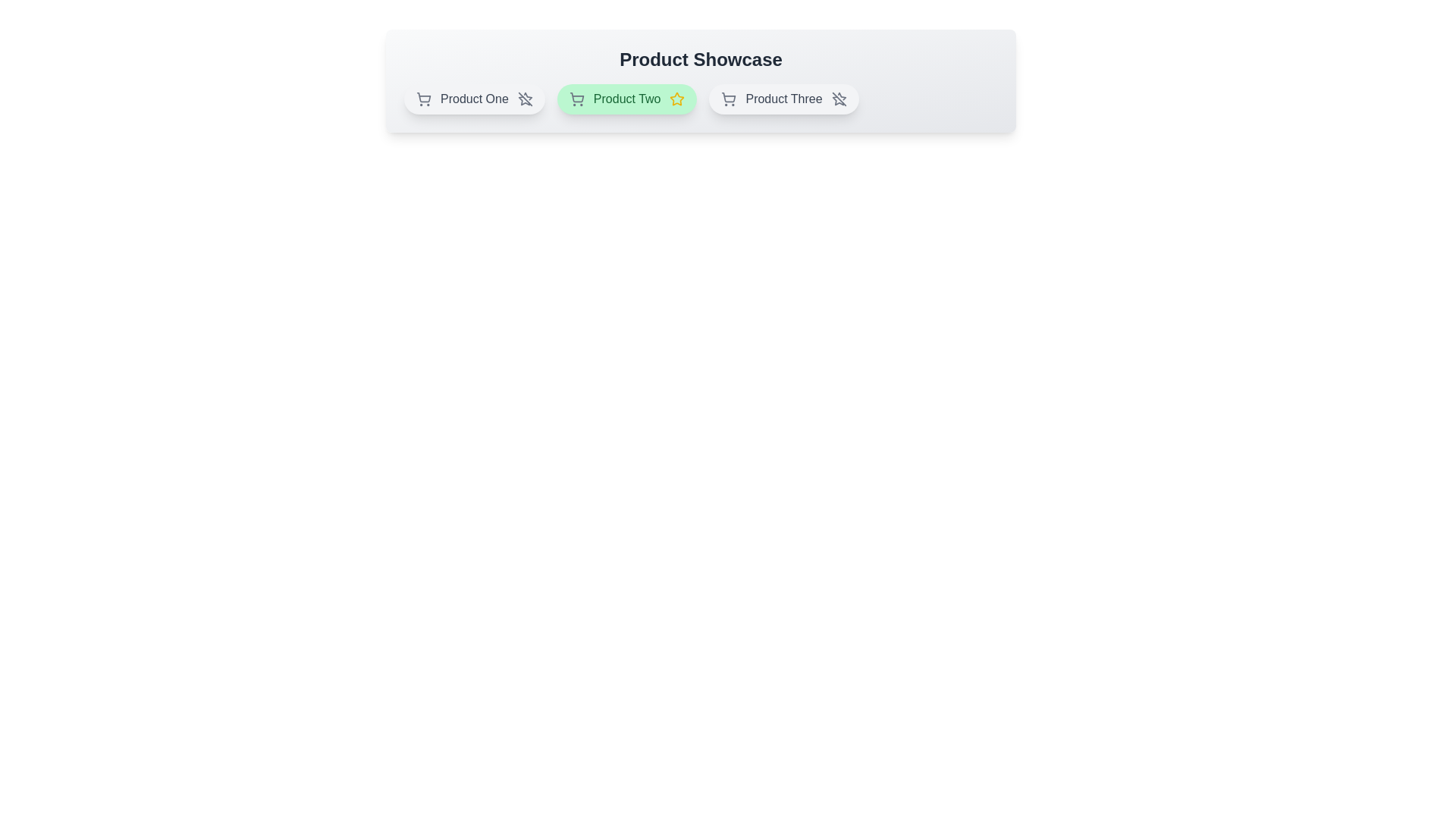 The height and width of the screenshot is (819, 1456). I want to click on the product chip corresponding to Product Two to toggle its featured status, so click(627, 99).